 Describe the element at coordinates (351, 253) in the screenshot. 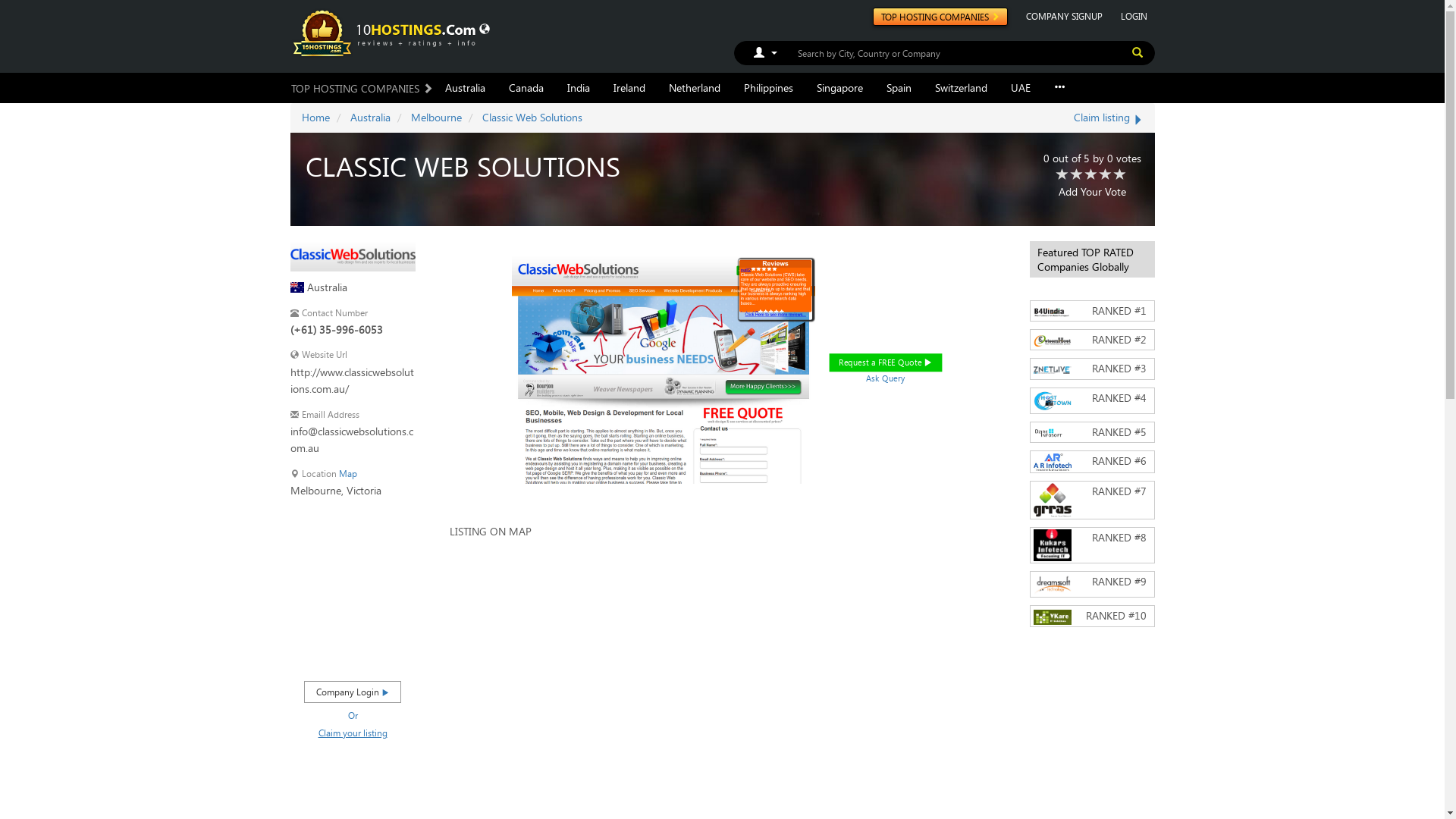

I see `'Visit Classic Web Solutions'` at that location.